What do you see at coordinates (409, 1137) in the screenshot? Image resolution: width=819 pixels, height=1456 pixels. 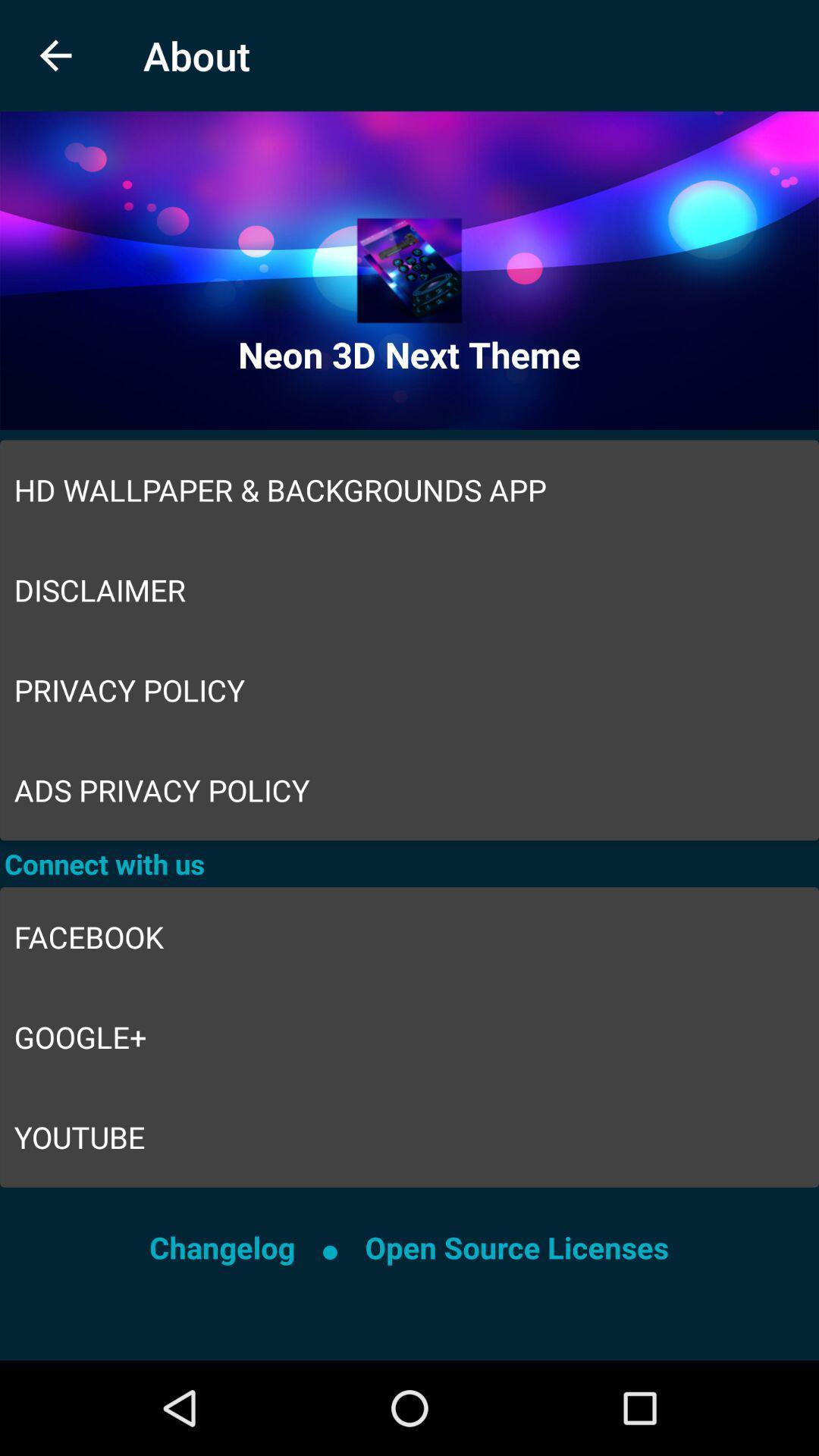 I see `icon below the google+` at bounding box center [409, 1137].